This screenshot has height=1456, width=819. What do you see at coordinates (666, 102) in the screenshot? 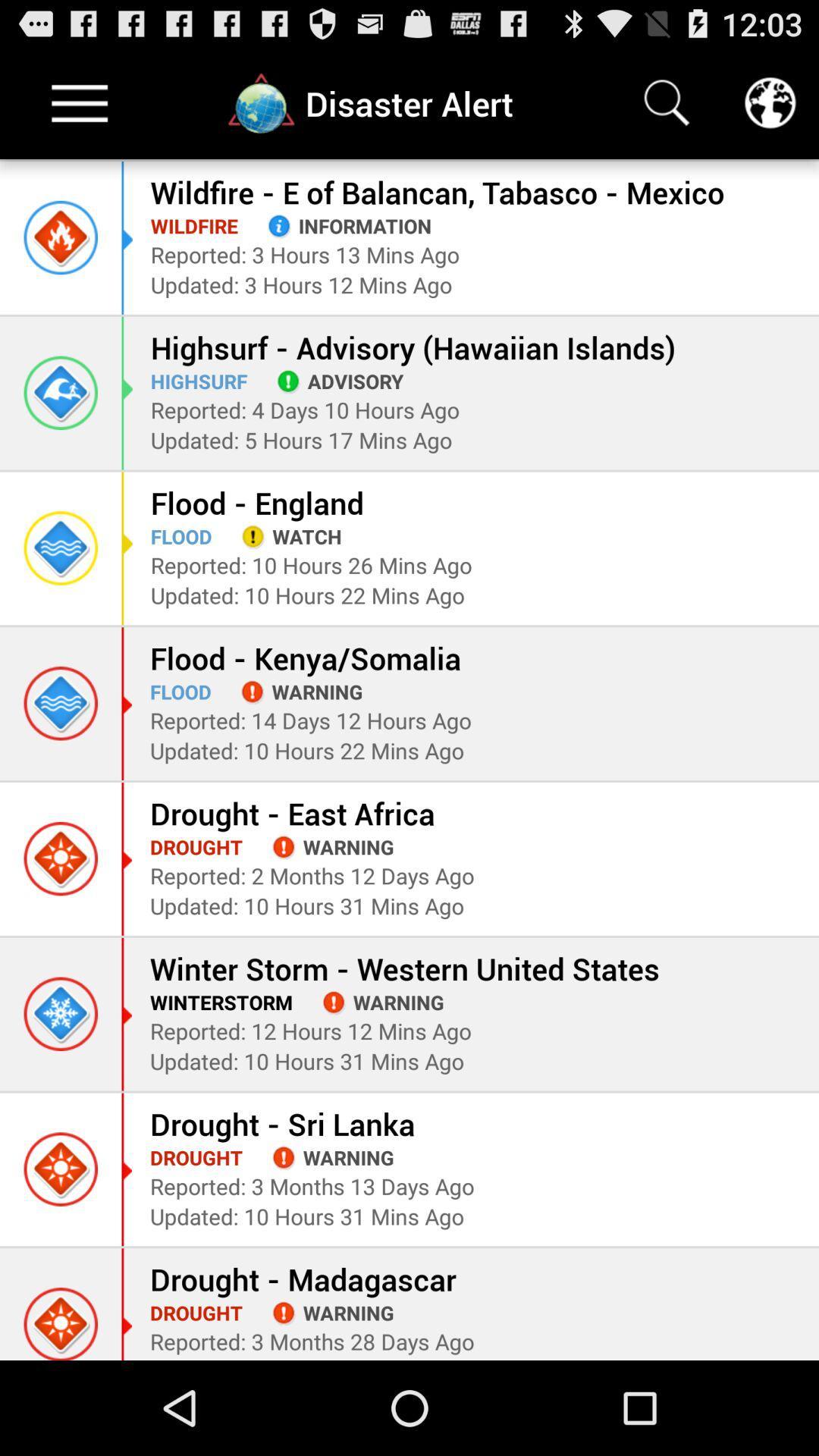
I see `the icon above wildfire e of` at bounding box center [666, 102].